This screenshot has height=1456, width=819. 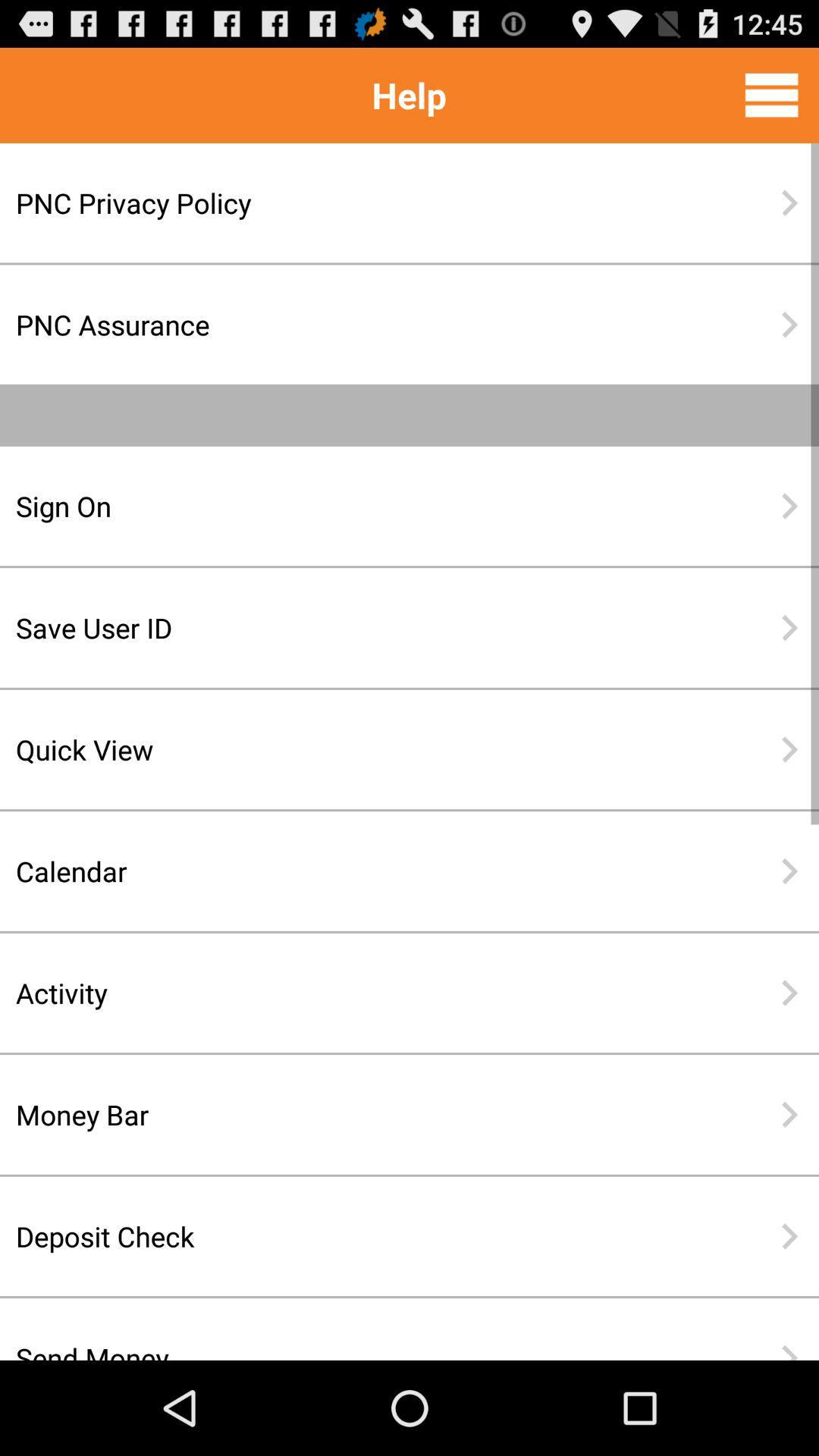 What do you see at coordinates (789, 1236) in the screenshot?
I see `the item to the right of the deposit check` at bounding box center [789, 1236].